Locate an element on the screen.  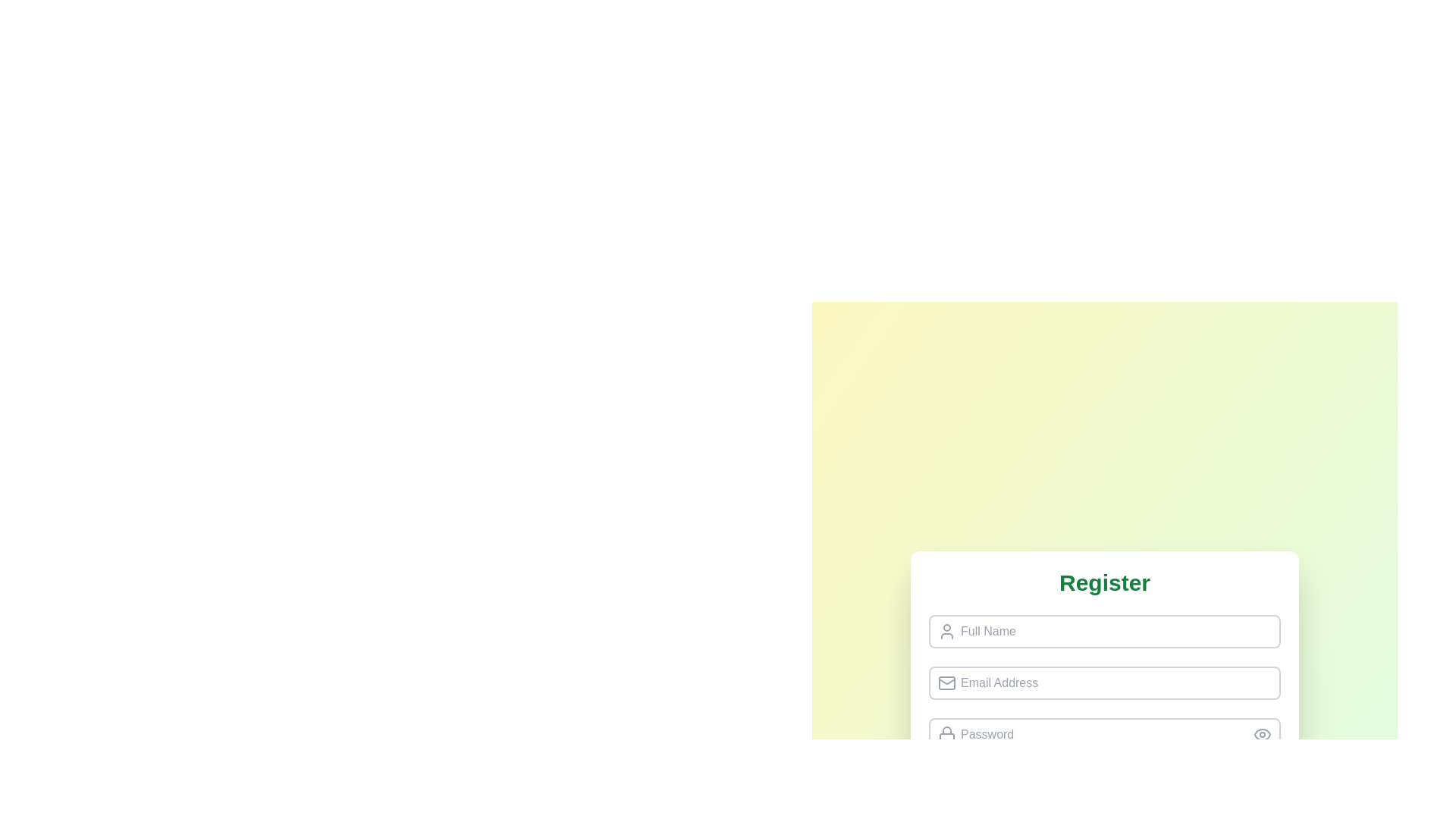
the envelope icon located within the 'Email Address' input field, positioned to the left of the input text area is located at coordinates (946, 680).